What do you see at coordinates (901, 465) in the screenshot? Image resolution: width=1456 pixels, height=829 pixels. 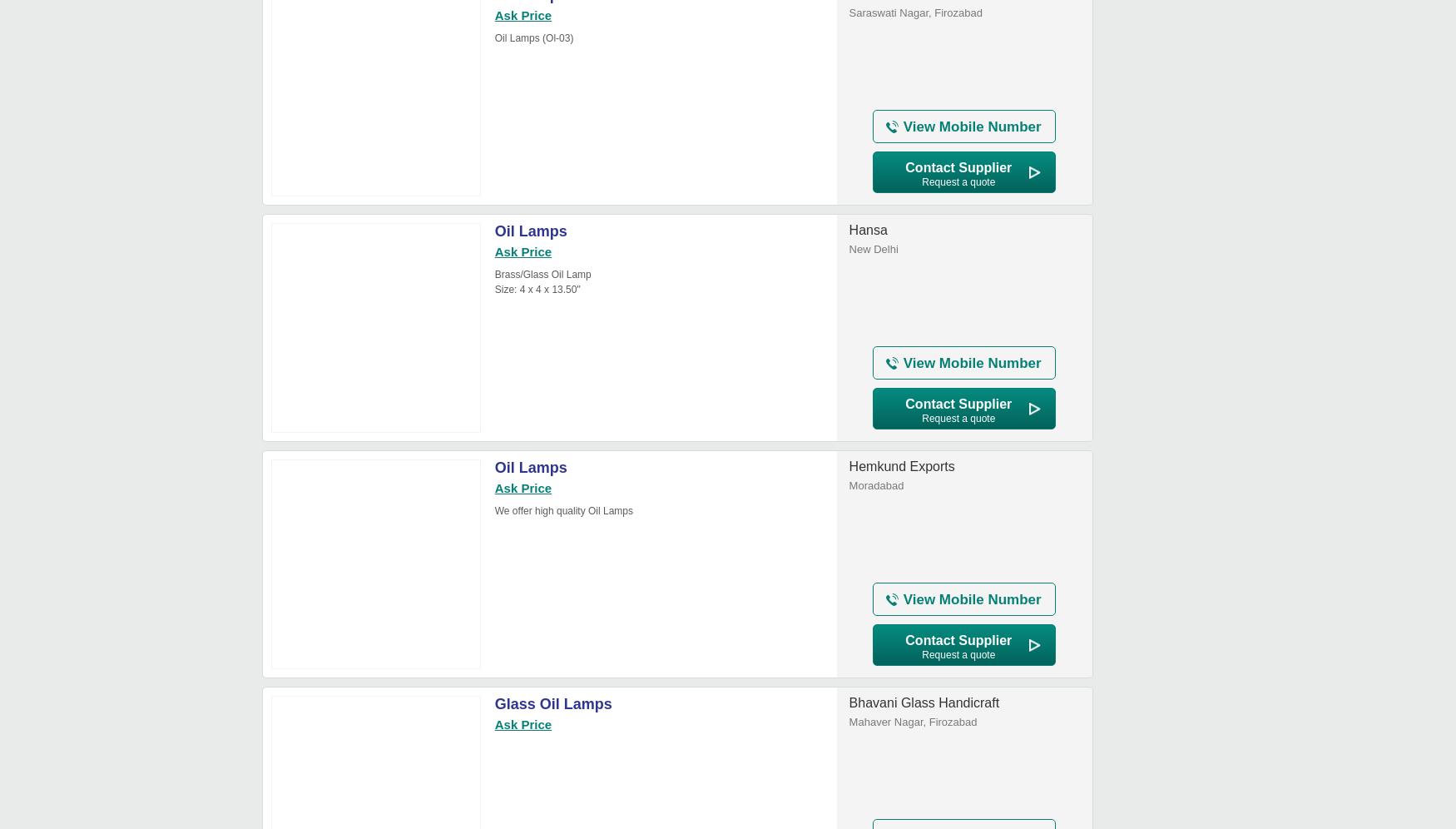 I see `'Hemkund Exports'` at bounding box center [901, 465].